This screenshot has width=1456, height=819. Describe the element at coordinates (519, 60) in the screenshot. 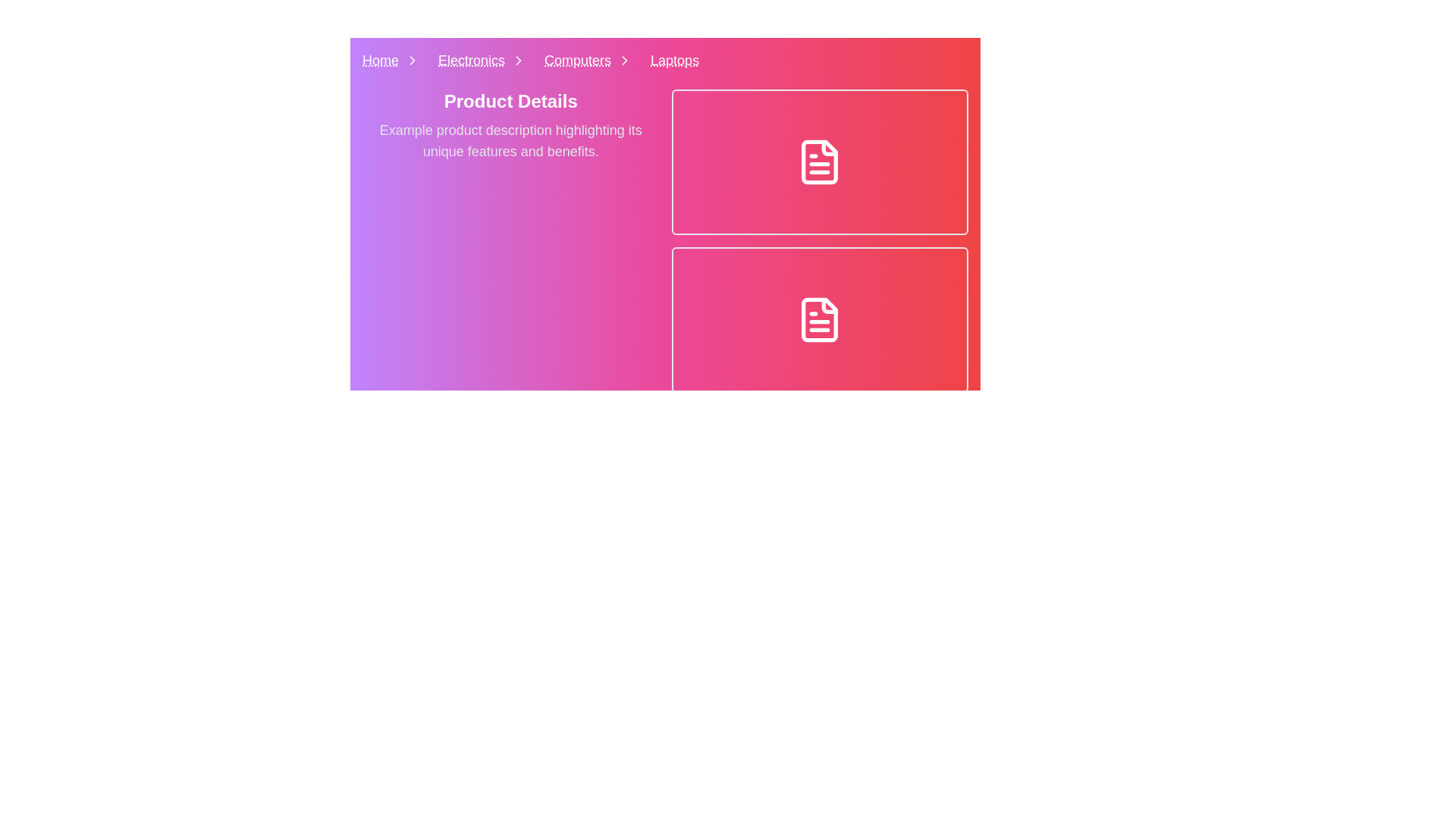

I see `the right-pointing chevron icon located immediately to the right of the 'Electronics' hyperlink in the breadcrumb navigation bar` at that location.